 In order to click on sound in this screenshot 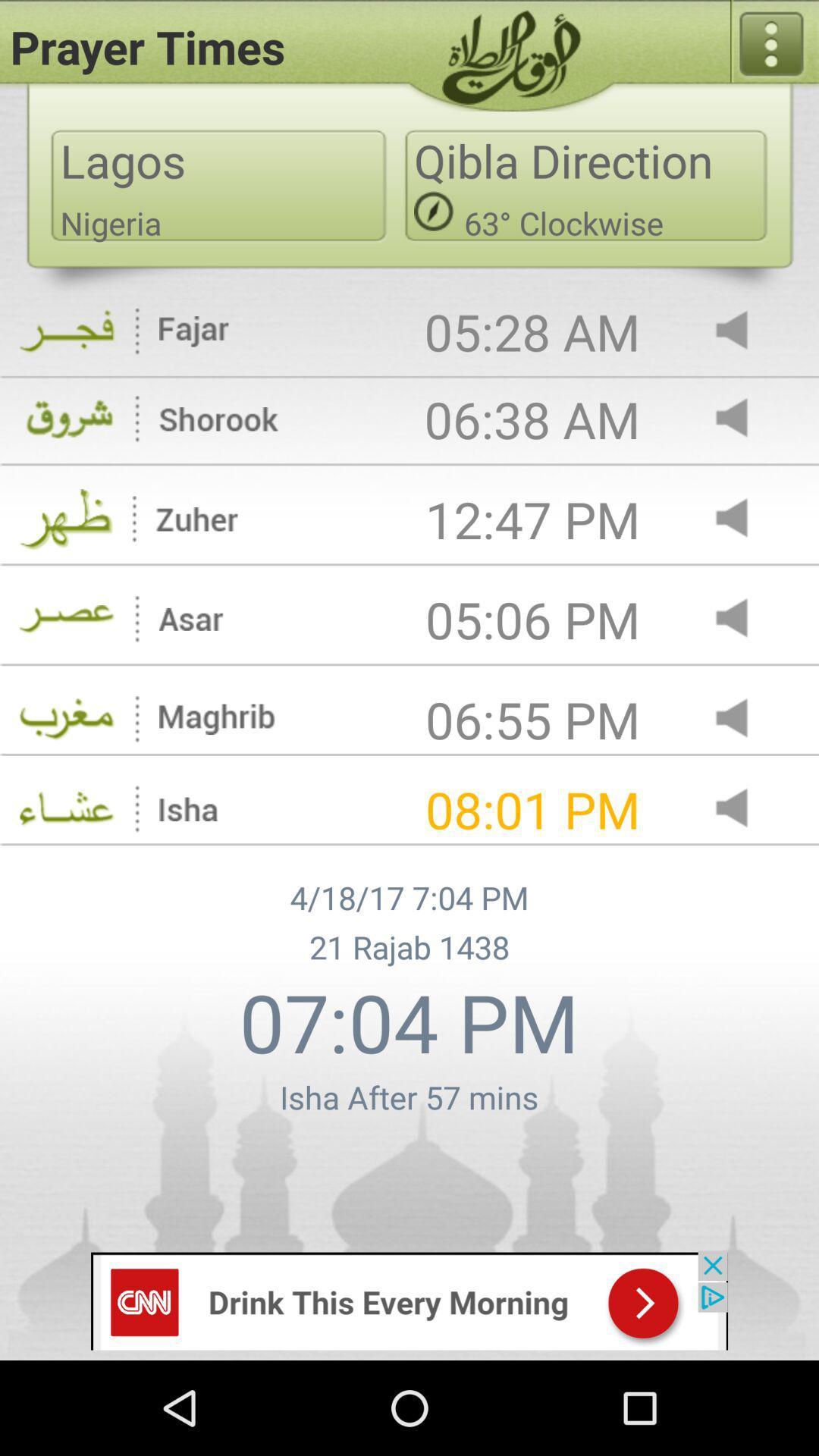, I will do `click(744, 719)`.